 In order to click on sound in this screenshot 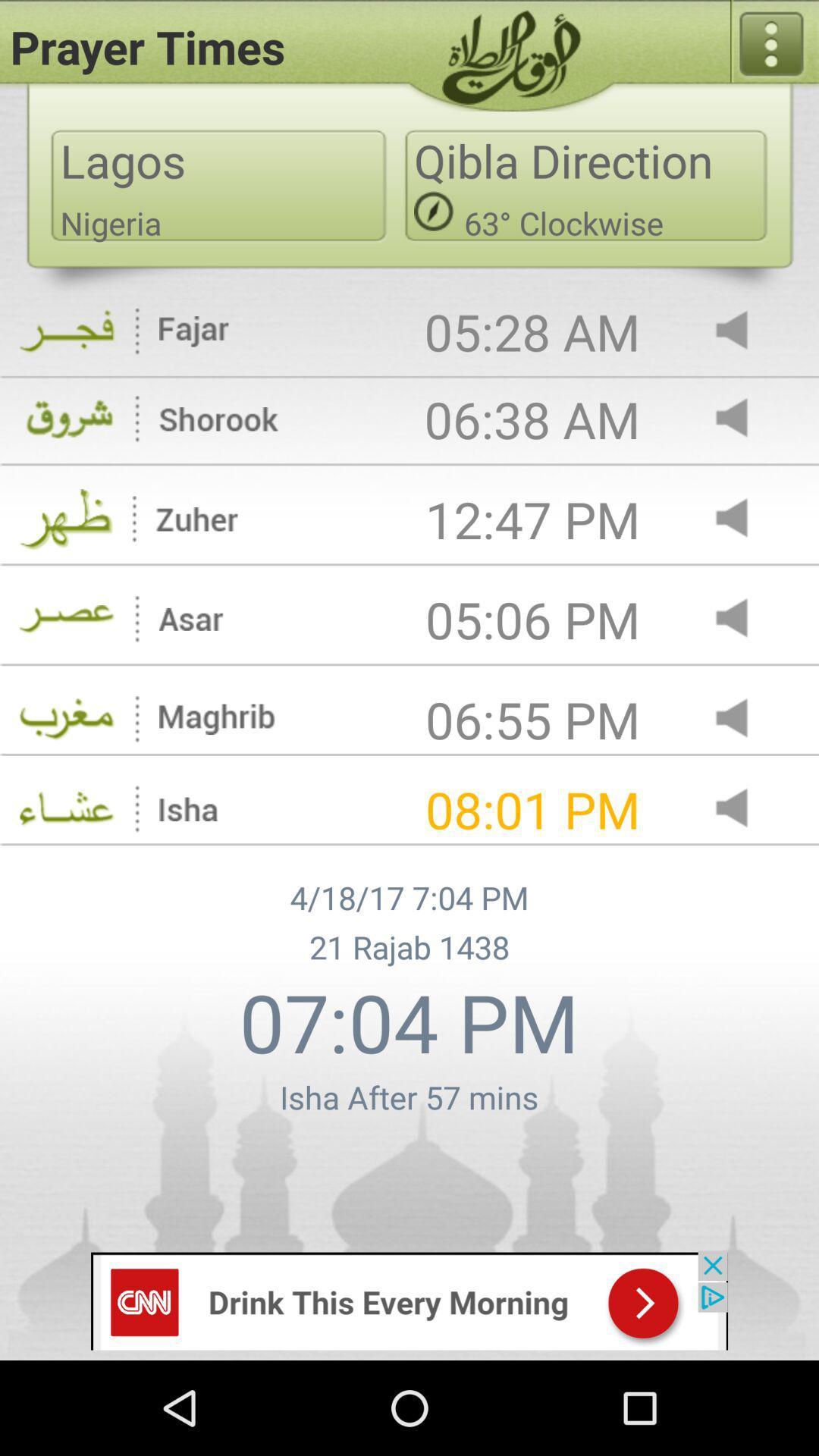, I will do `click(744, 719)`.